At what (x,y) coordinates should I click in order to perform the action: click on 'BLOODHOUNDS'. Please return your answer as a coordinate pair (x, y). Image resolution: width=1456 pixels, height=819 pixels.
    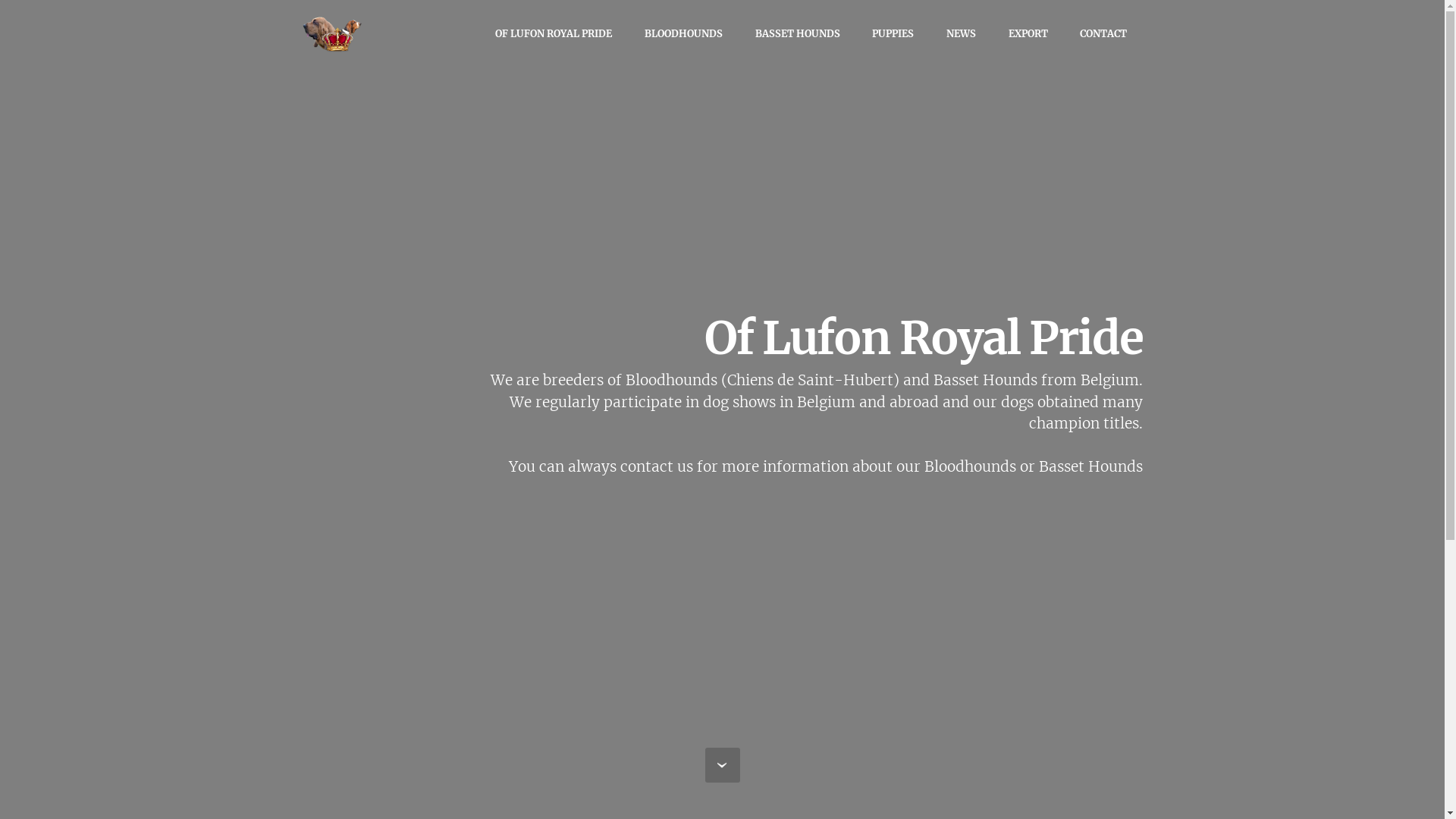
    Looking at the image, I should click on (682, 33).